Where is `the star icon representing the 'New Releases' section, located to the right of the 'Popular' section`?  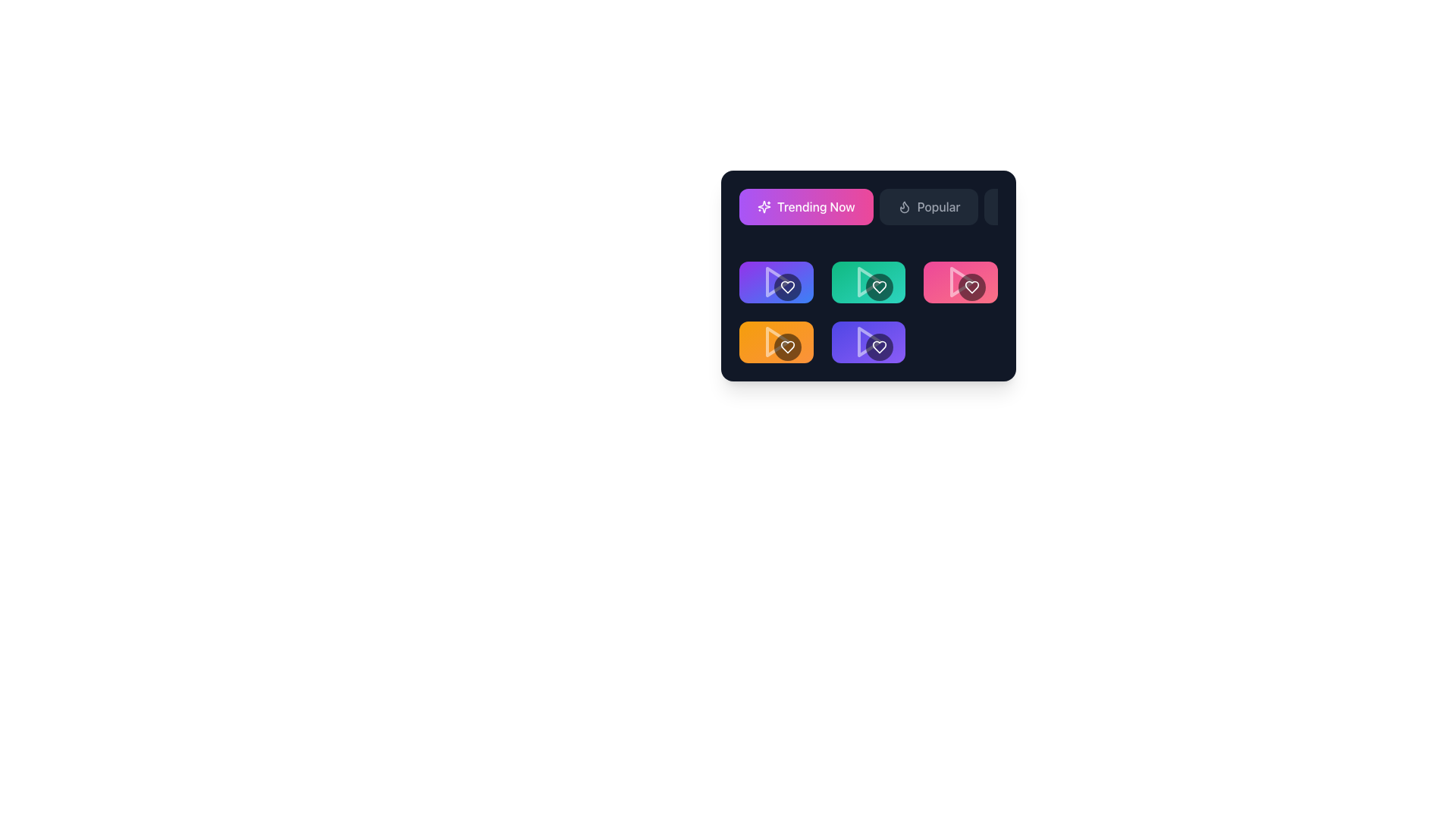 the star icon representing the 'New Releases' section, located to the right of the 'Popular' section is located at coordinates (1009, 207).